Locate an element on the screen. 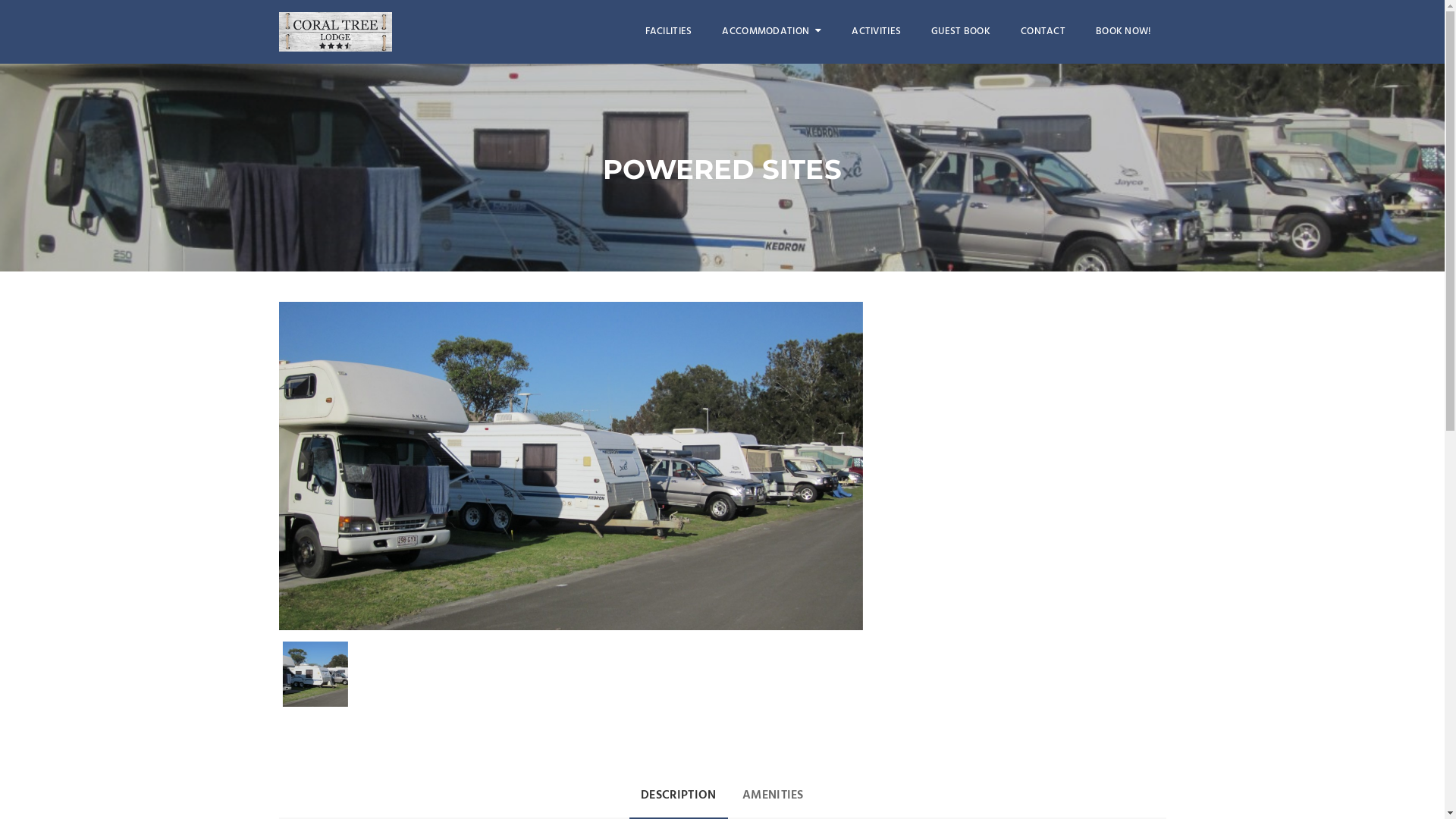 This screenshot has width=1456, height=819. 'ACTIVITIES' is located at coordinates (876, 32).